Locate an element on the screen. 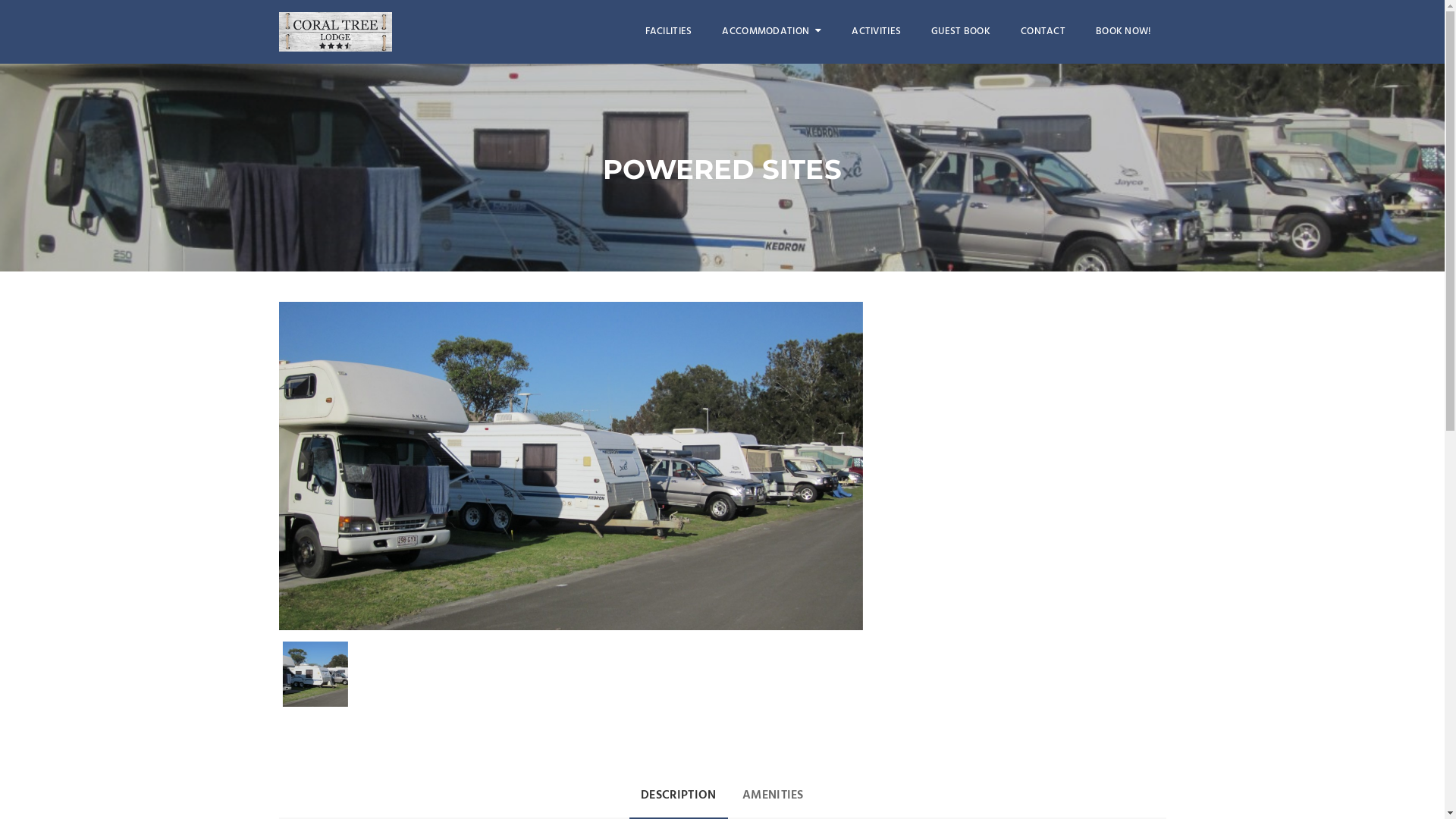 This screenshot has width=1456, height=819. 'ACTIVITIES' is located at coordinates (876, 32).